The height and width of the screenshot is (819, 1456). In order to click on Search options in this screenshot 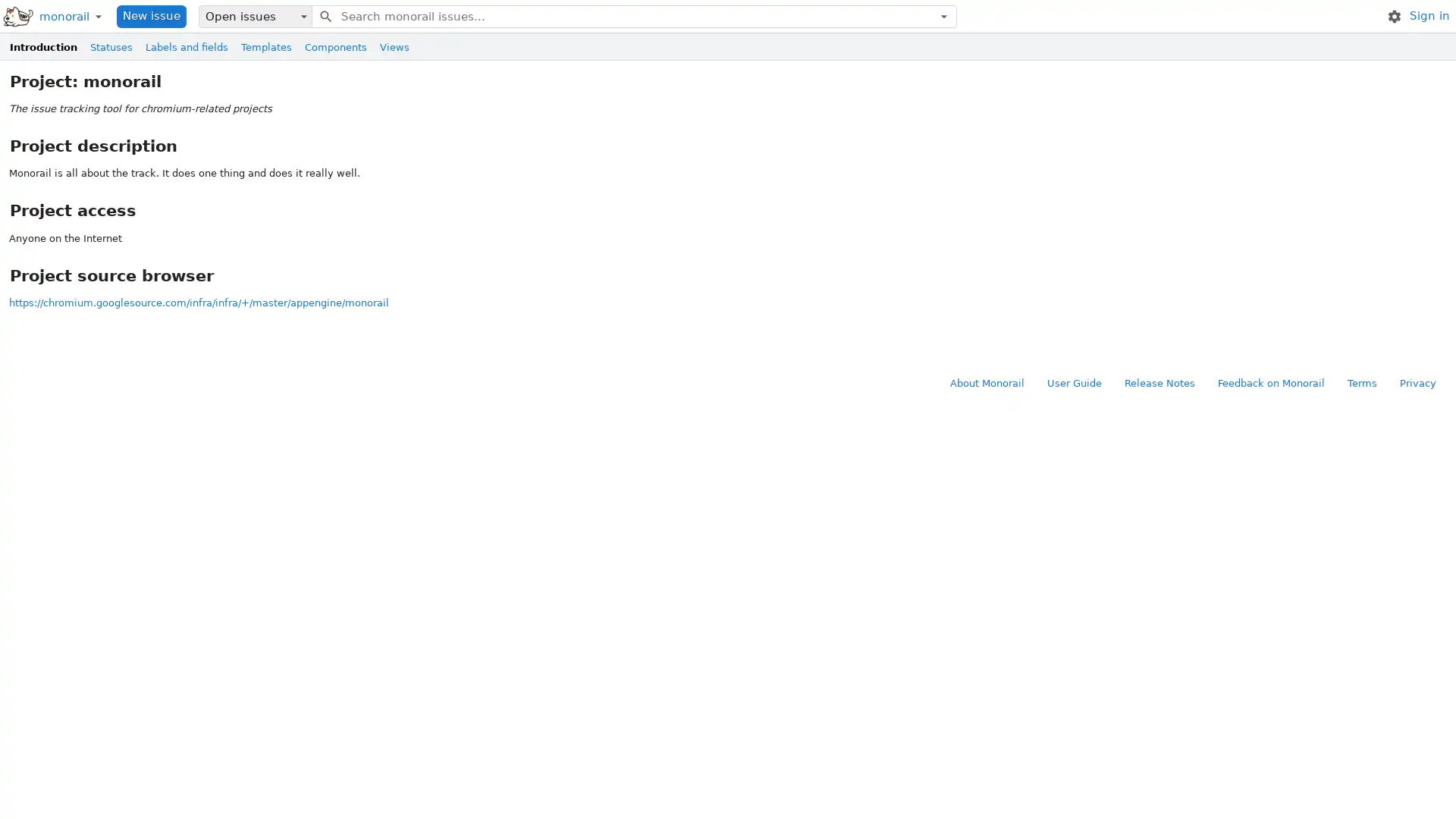, I will do `click(943, 15)`.